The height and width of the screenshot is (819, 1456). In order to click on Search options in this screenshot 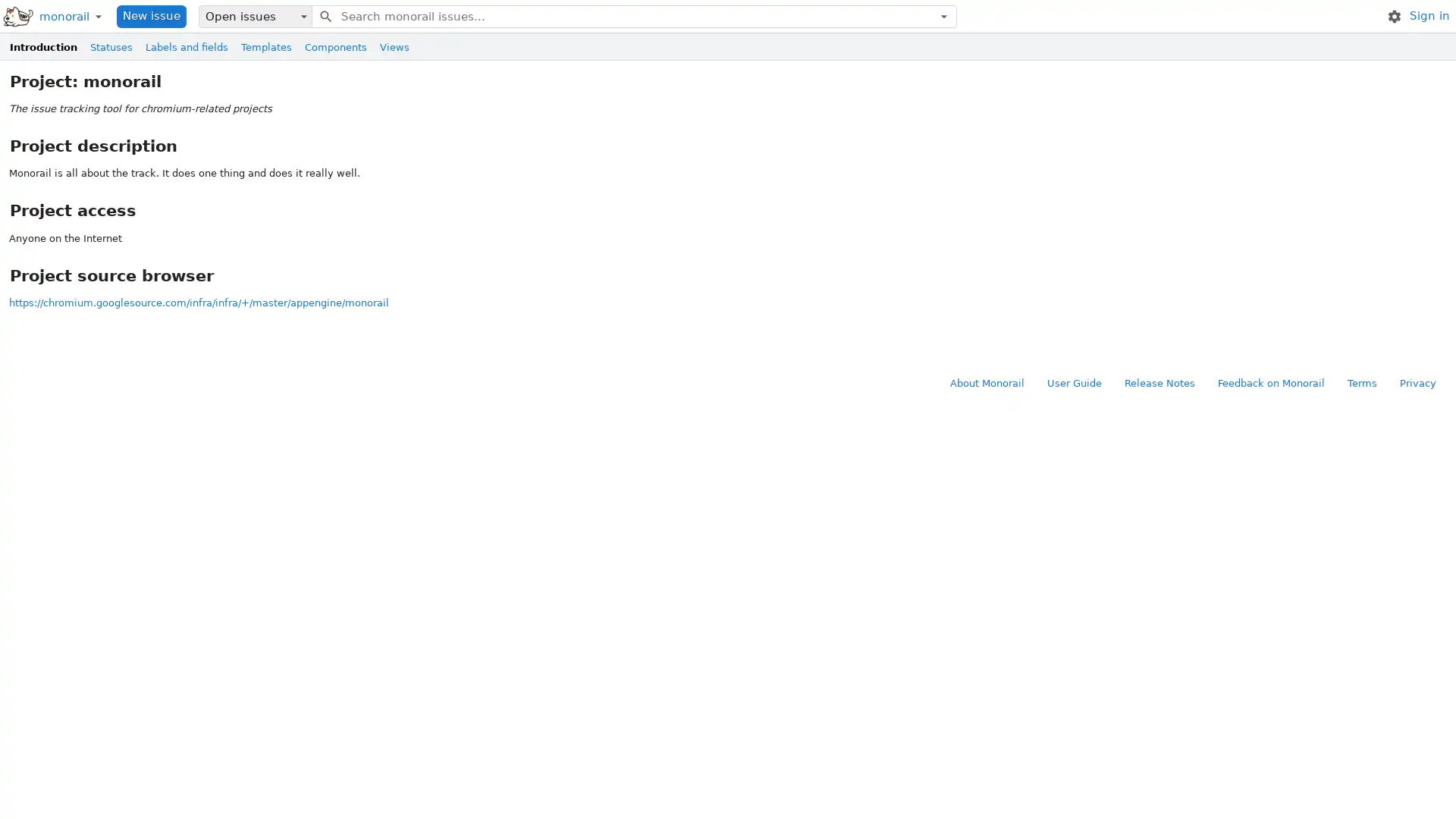, I will do `click(943, 15)`.